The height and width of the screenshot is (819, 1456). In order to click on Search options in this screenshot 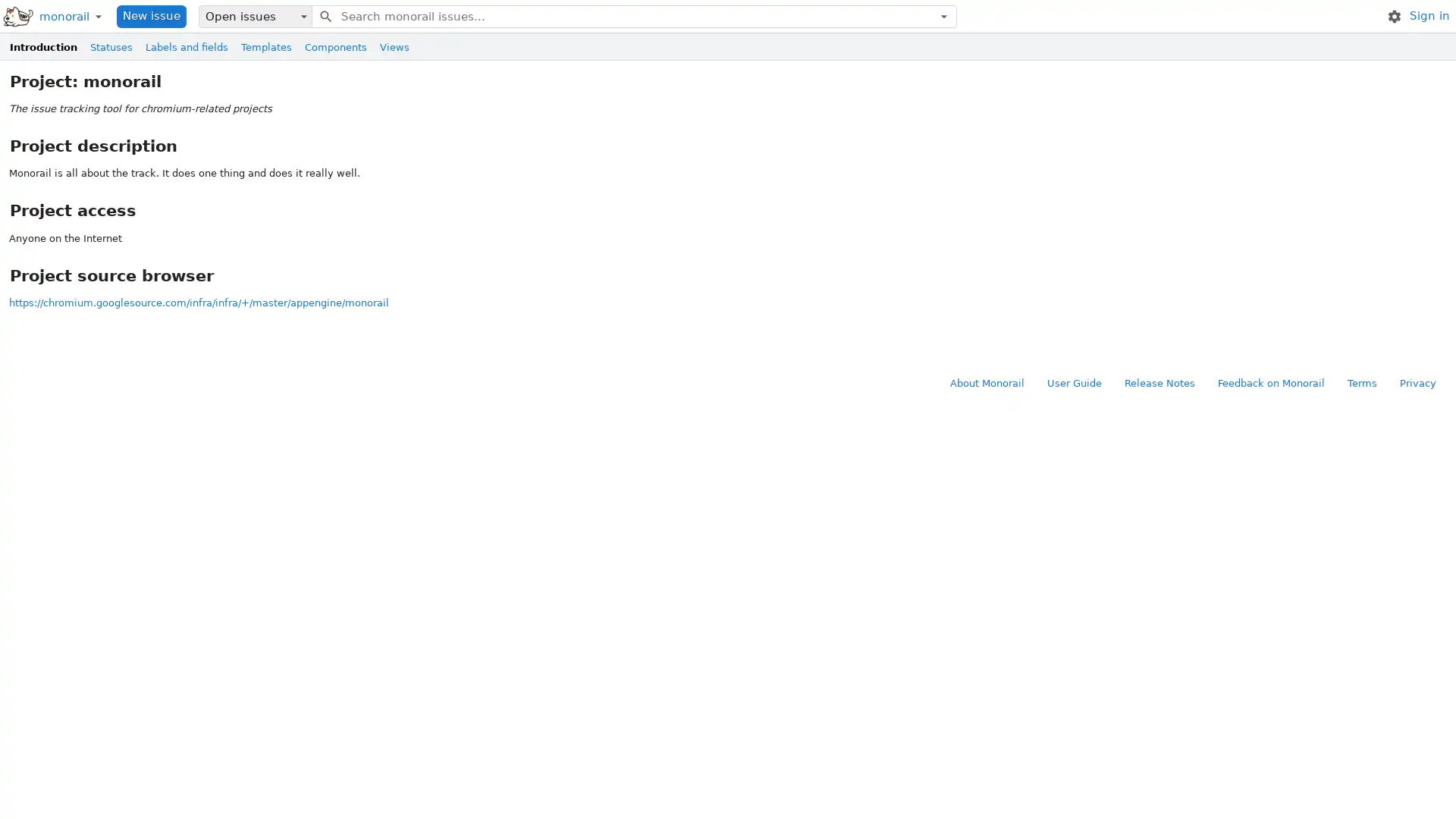, I will do `click(943, 15)`.